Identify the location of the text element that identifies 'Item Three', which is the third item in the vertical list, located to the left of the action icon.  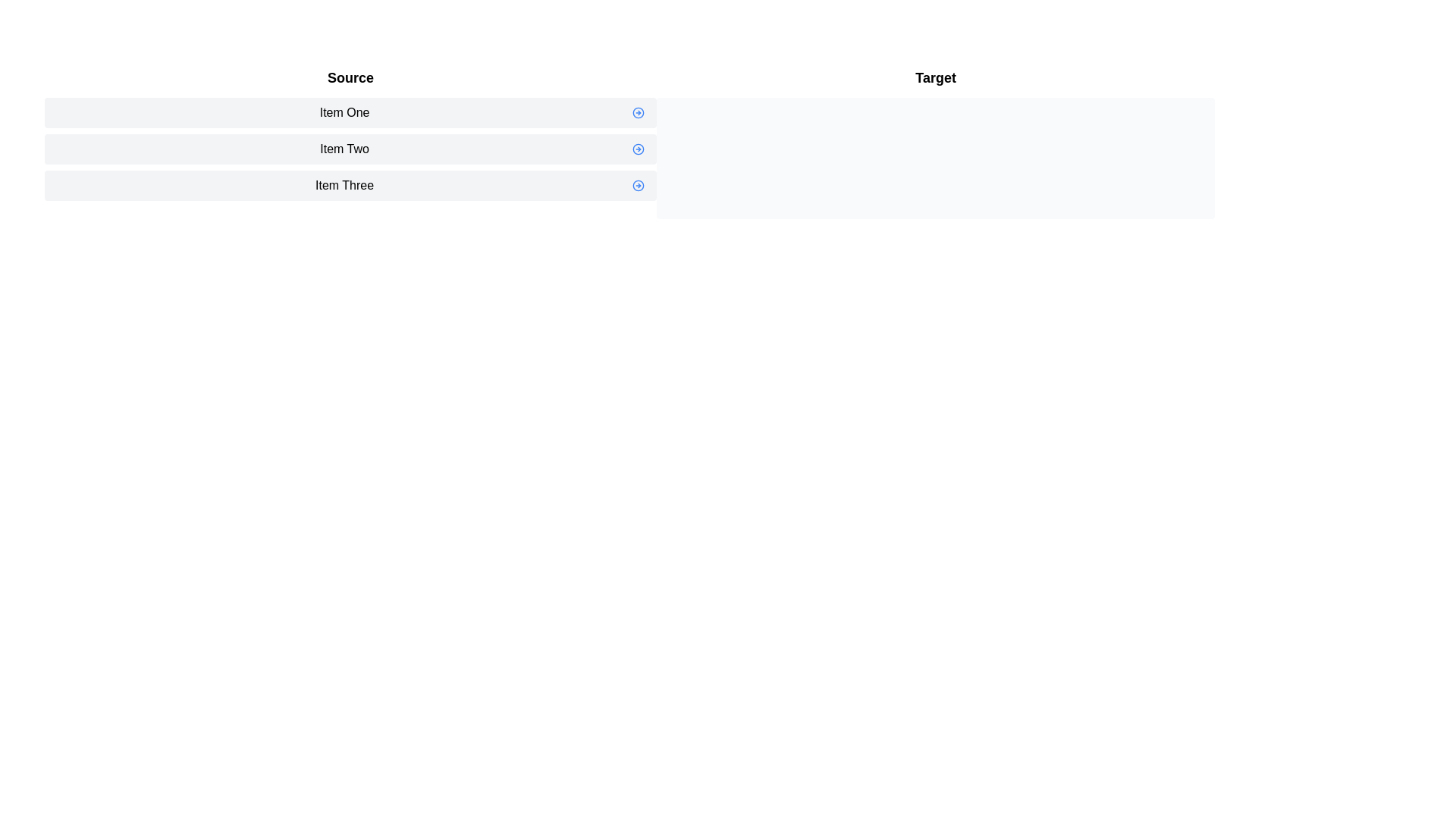
(344, 185).